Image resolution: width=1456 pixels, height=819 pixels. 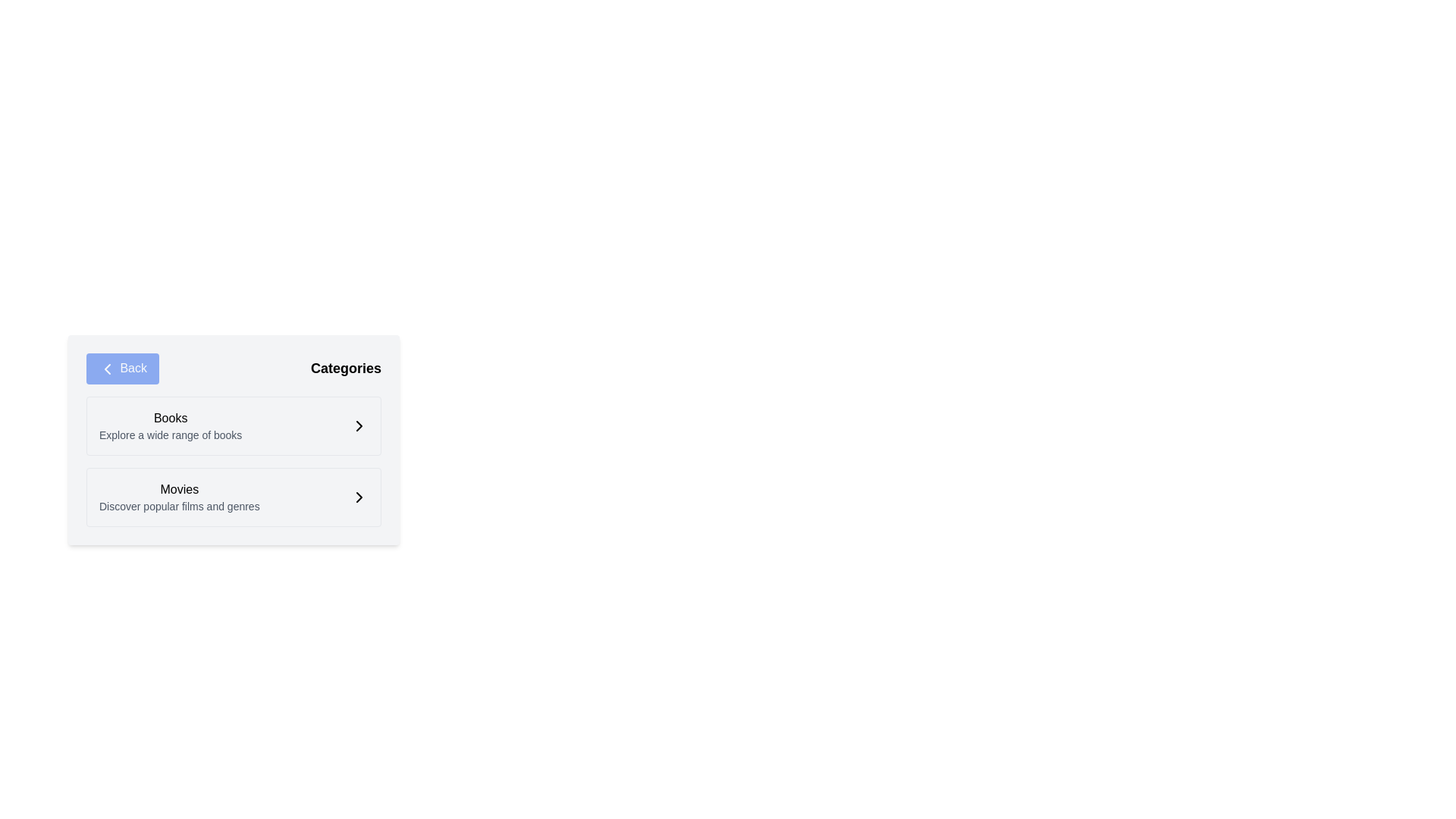 What do you see at coordinates (179, 497) in the screenshot?
I see `the Movies category item located under the 'Categories' section, which is the second item in the list and positioned directly below the 'Books' item` at bounding box center [179, 497].